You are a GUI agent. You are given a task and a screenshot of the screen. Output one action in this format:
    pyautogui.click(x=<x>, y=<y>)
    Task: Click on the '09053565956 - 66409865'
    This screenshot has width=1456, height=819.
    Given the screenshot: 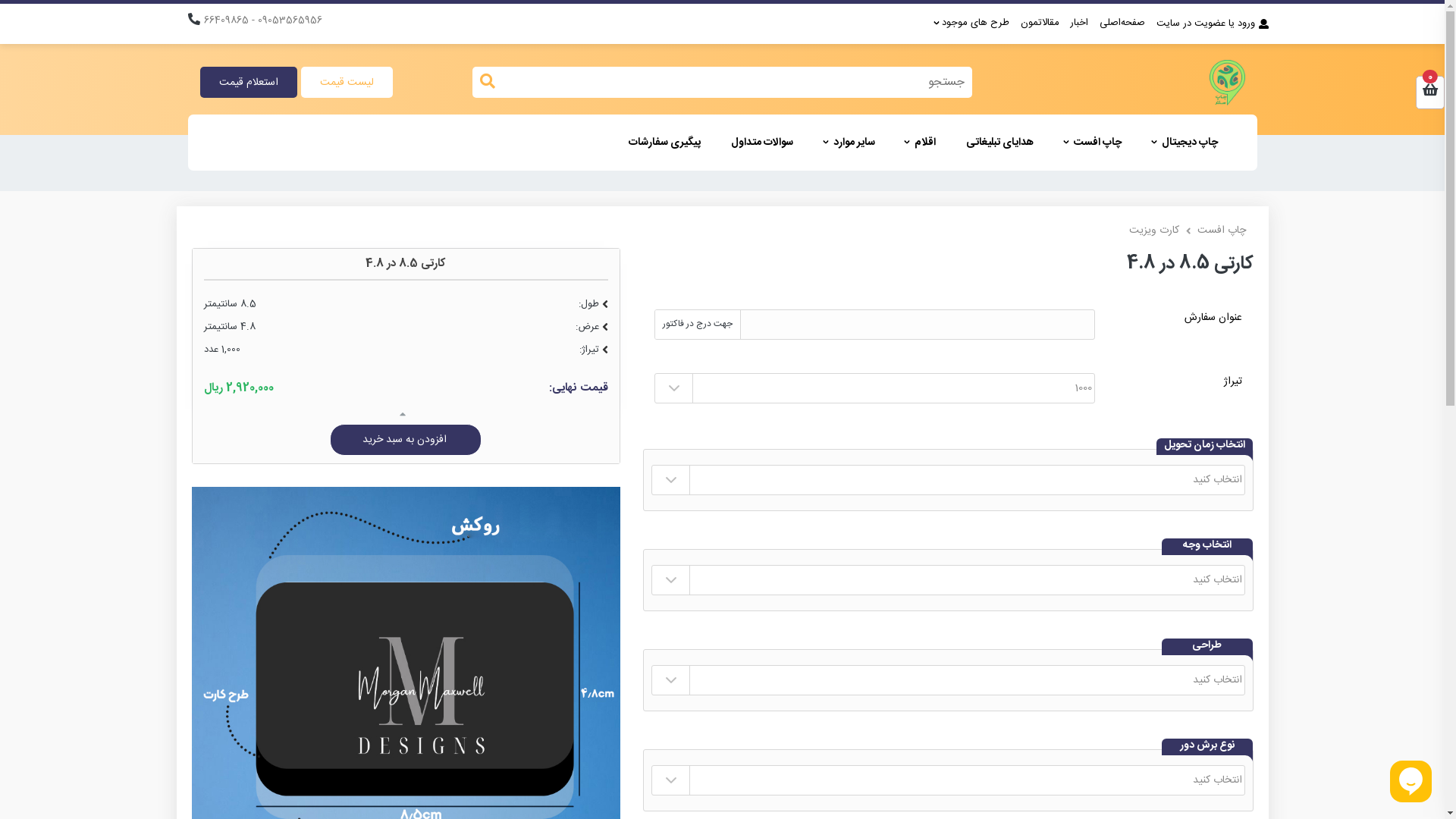 What is the action you would take?
    pyautogui.click(x=262, y=20)
    